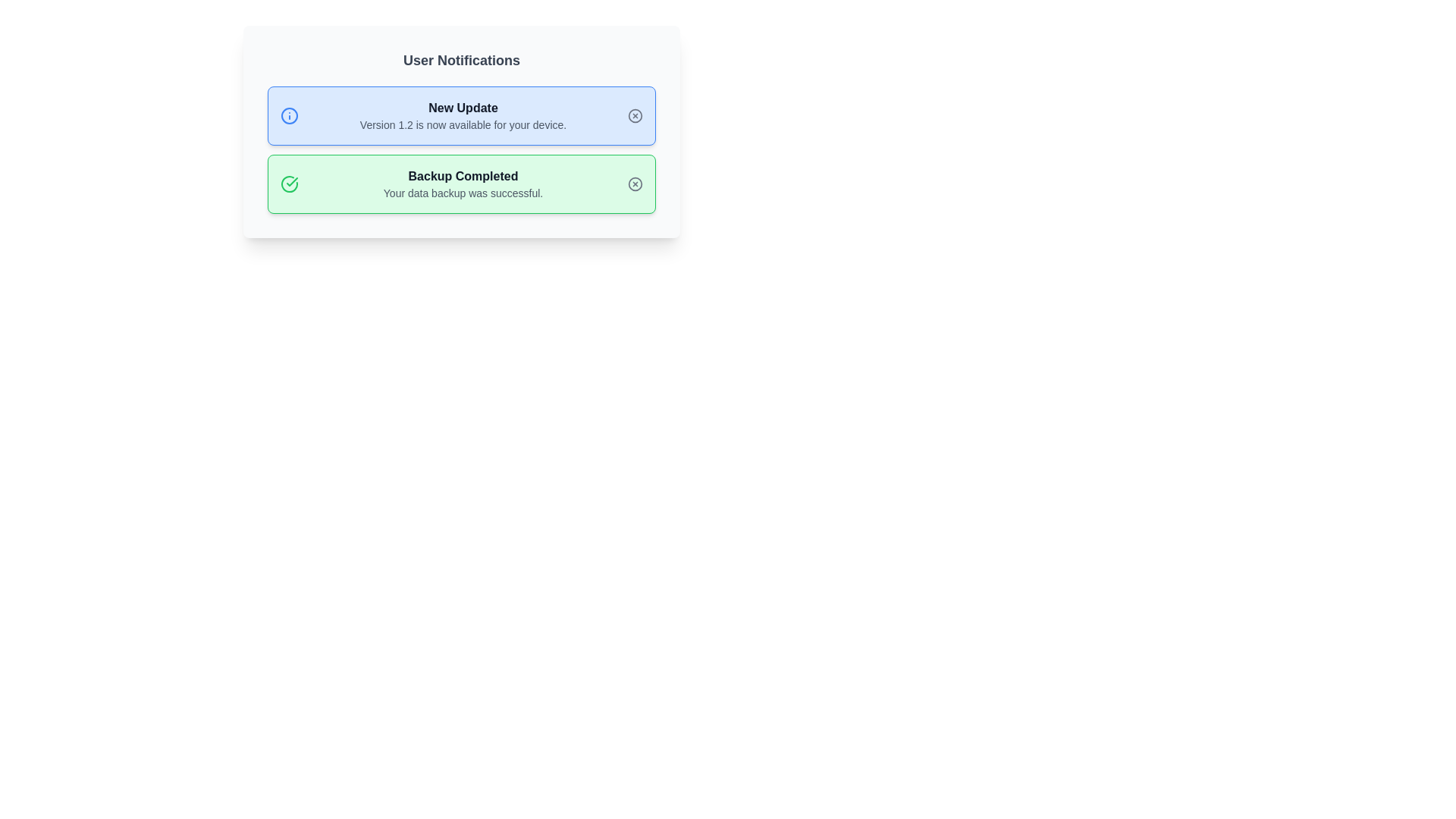 The image size is (1456, 819). What do you see at coordinates (290, 115) in the screenshot?
I see `the small circular information icon with a blue outline and white interior, which contains an 'i' symbol in blue, located at the top-left side of the notifications panel` at bounding box center [290, 115].